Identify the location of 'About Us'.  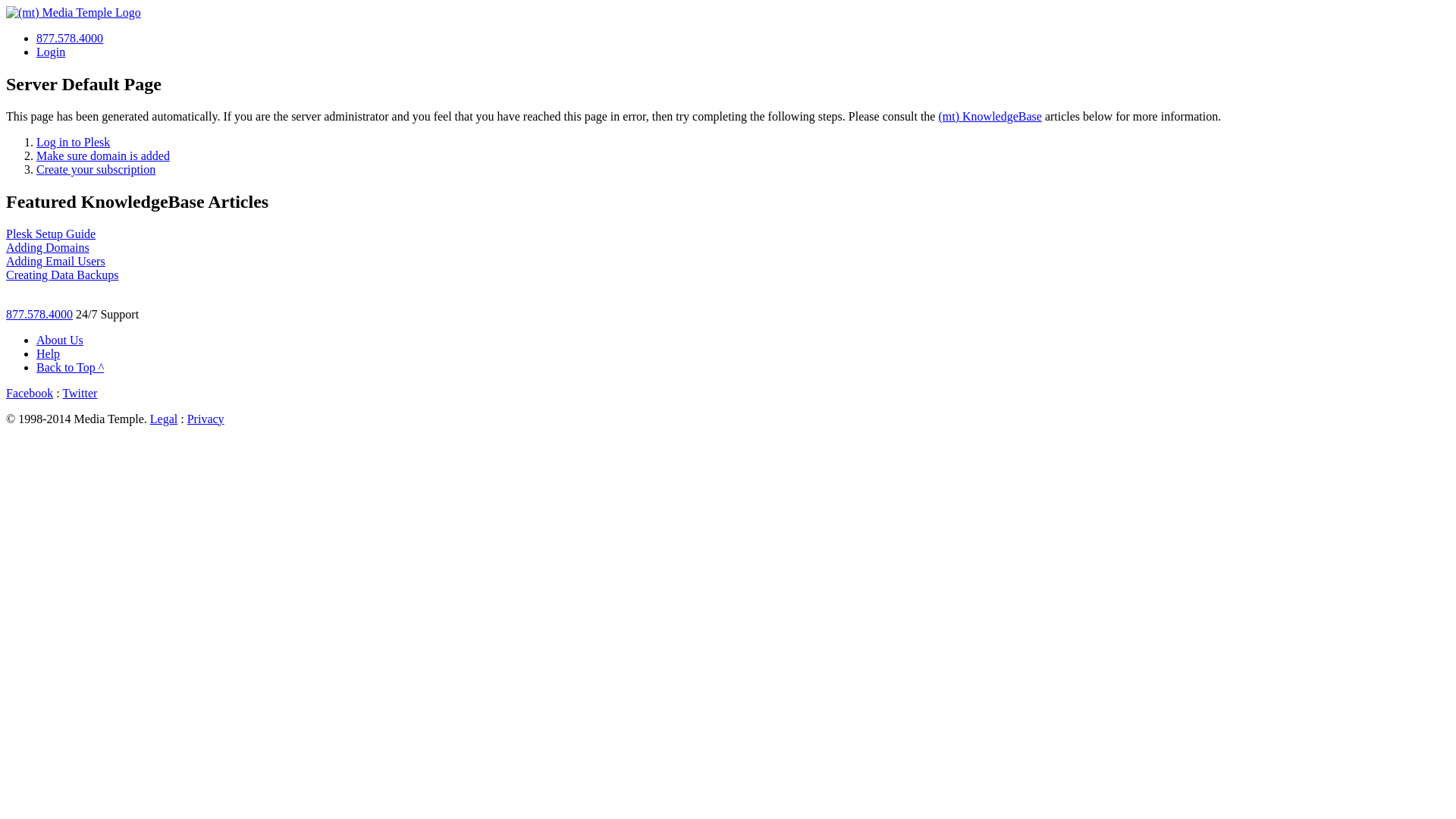
(59, 339).